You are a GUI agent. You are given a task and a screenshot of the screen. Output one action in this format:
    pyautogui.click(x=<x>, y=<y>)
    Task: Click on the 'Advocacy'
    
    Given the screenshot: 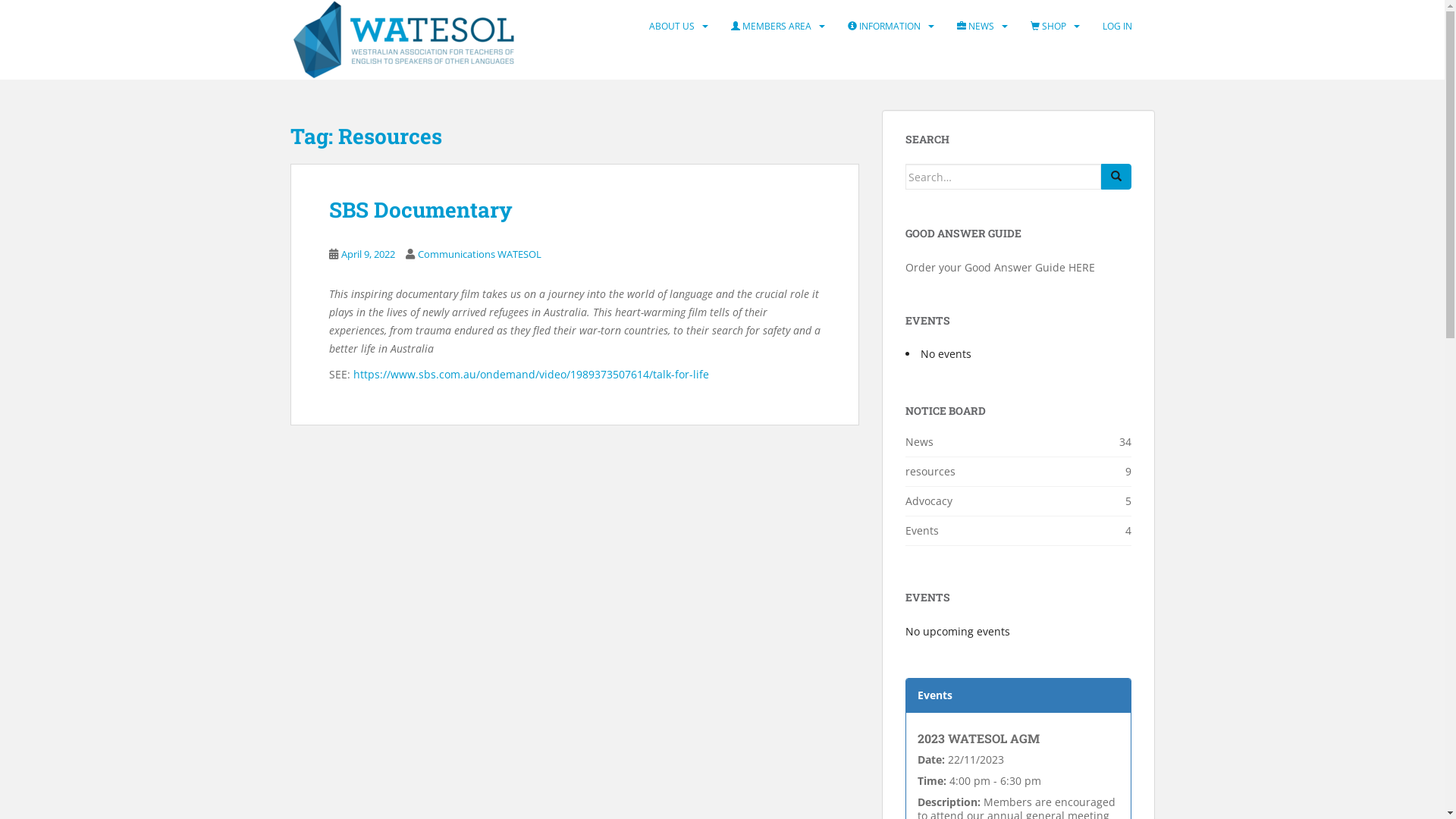 What is the action you would take?
    pyautogui.click(x=927, y=500)
    